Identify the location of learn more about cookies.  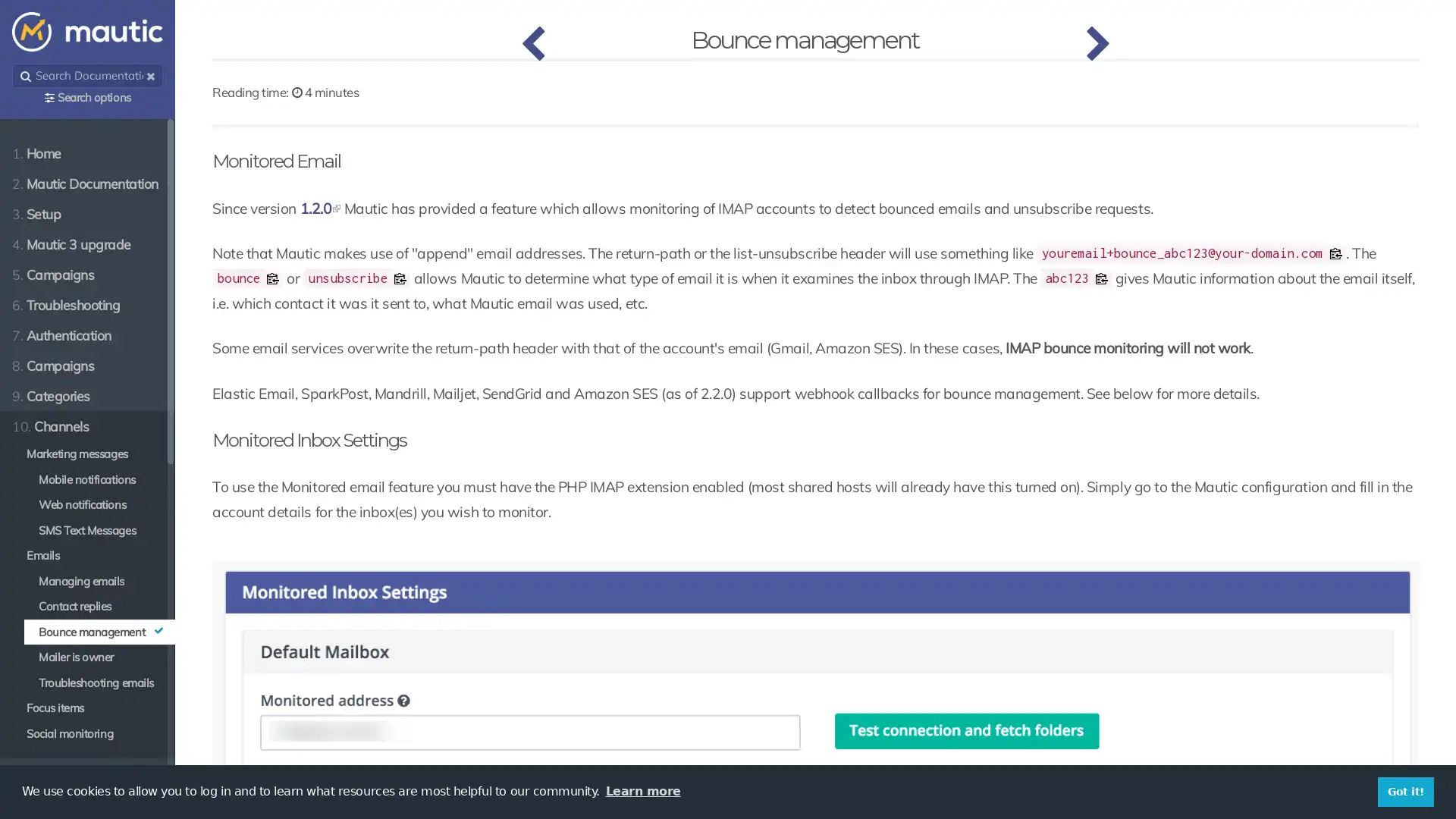
(642, 791).